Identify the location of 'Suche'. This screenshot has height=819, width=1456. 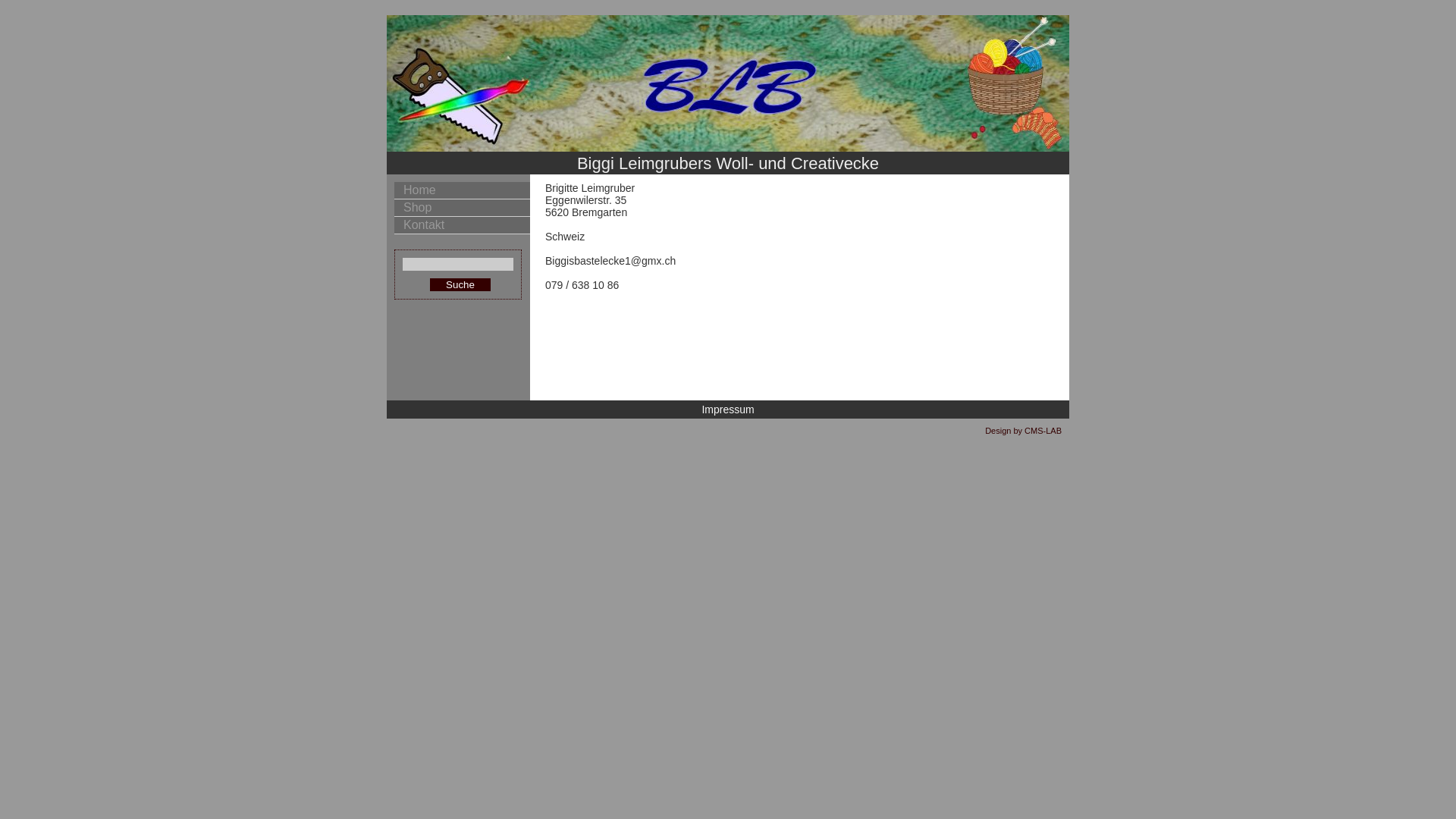
(428, 284).